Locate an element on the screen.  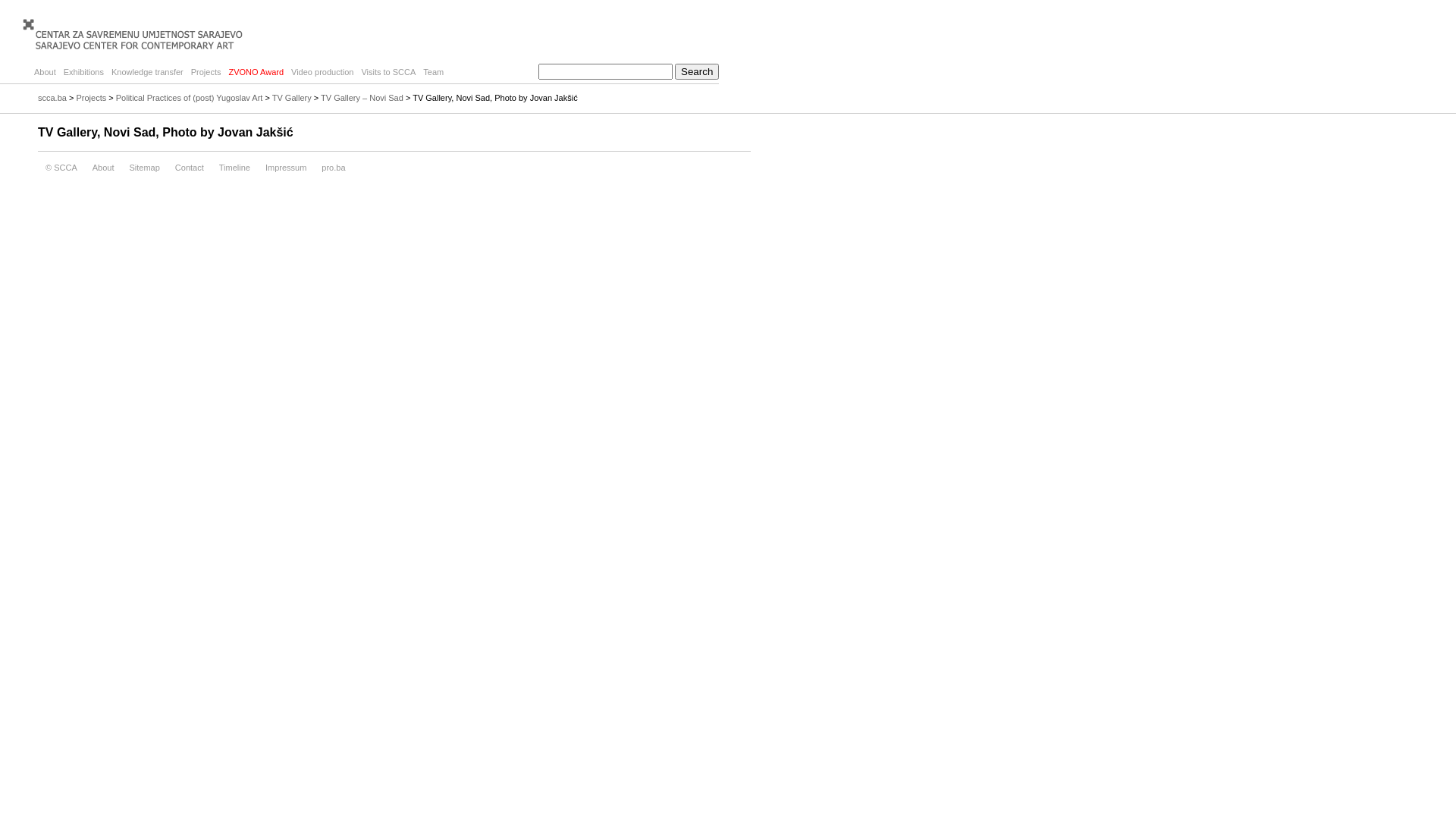
'Search' is located at coordinates (673, 71).